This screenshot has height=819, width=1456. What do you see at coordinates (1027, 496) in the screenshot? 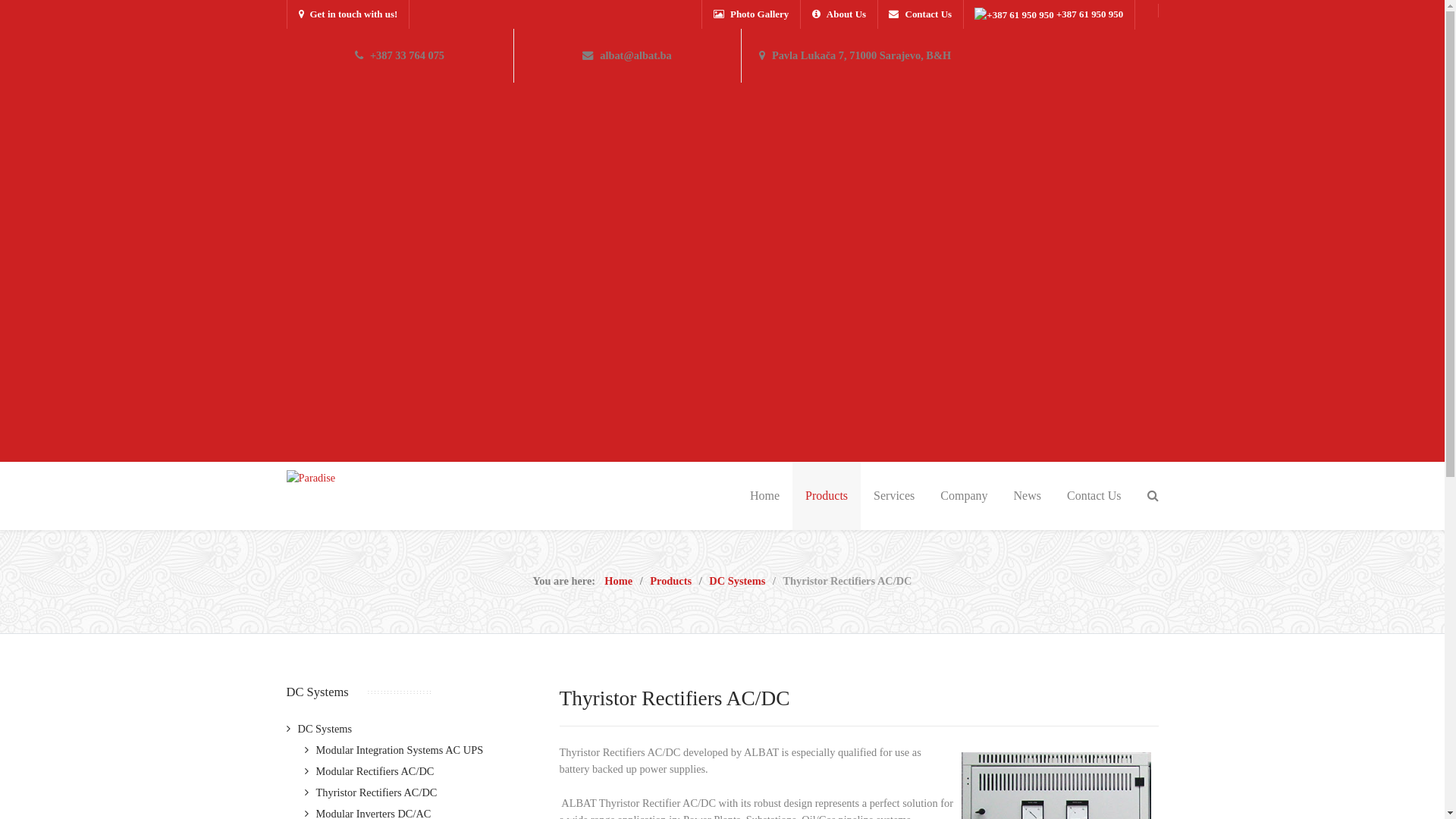
I see `'News'` at bounding box center [1027, 496].